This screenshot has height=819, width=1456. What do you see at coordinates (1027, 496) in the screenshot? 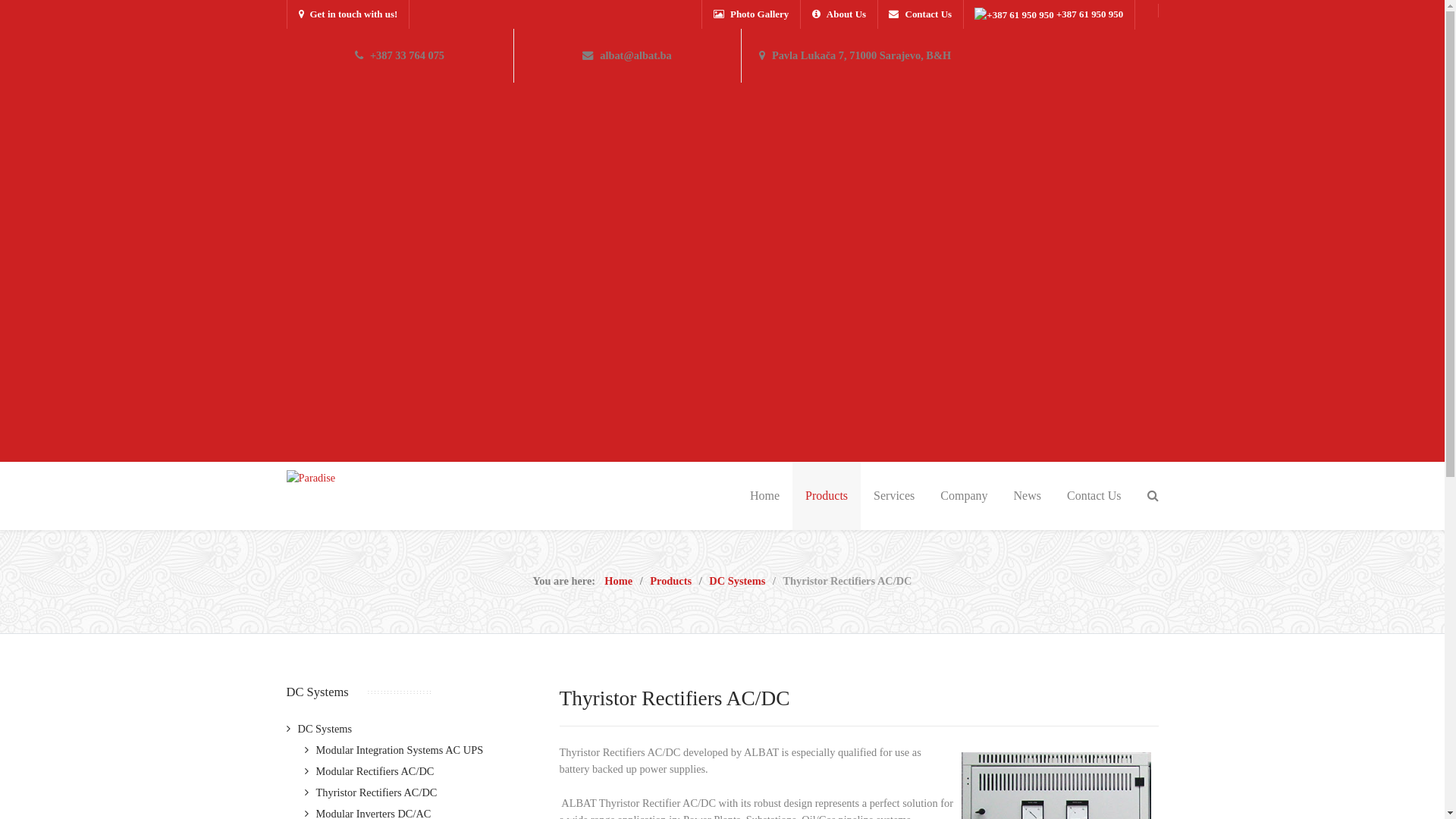
I see `'News'` at bounding box center [1027, 496].